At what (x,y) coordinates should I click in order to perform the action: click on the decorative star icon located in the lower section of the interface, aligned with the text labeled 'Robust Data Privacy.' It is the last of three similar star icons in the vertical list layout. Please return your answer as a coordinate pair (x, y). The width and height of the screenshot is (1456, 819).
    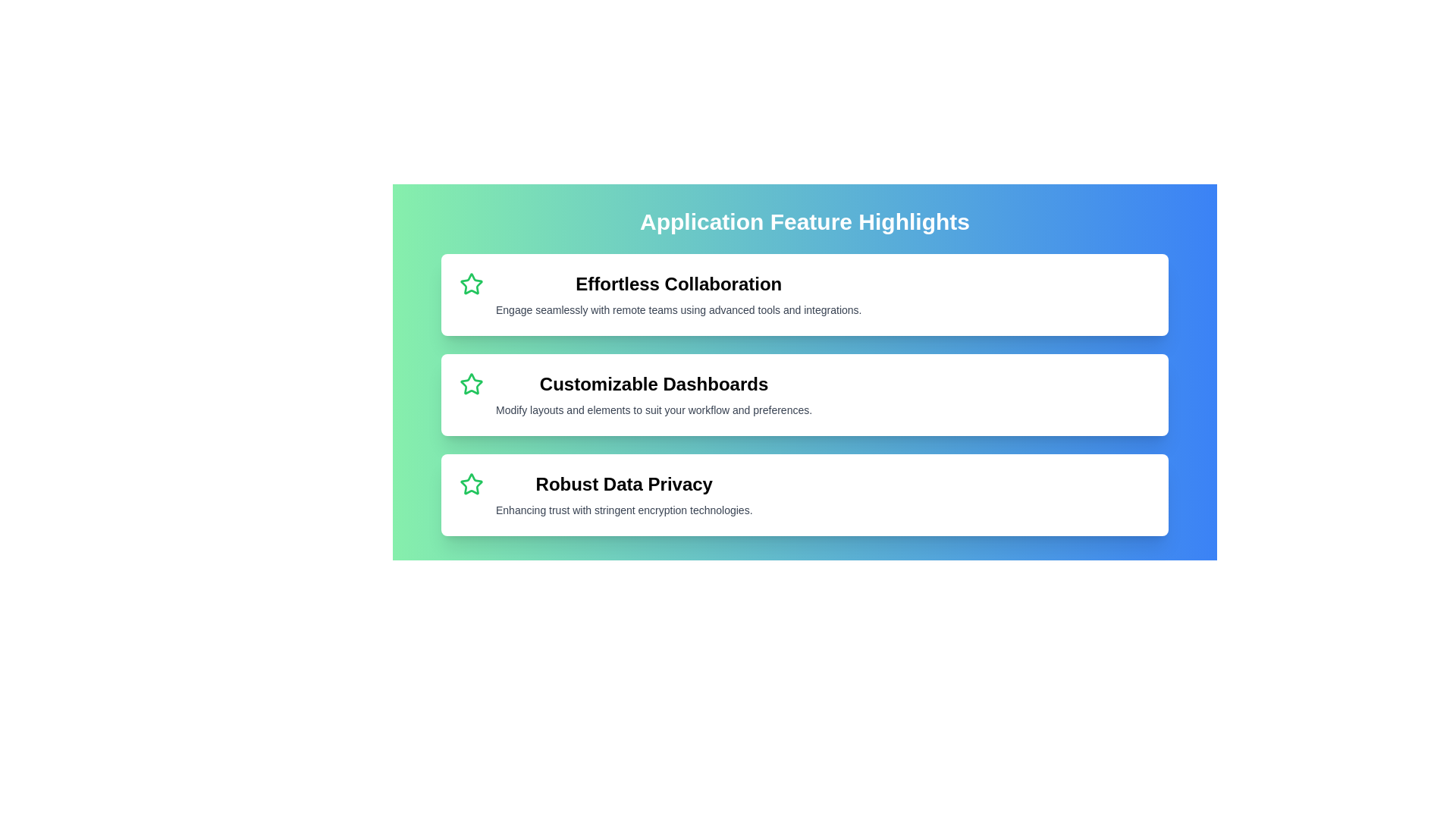
    Looking at the image, I should click on (471, 484).